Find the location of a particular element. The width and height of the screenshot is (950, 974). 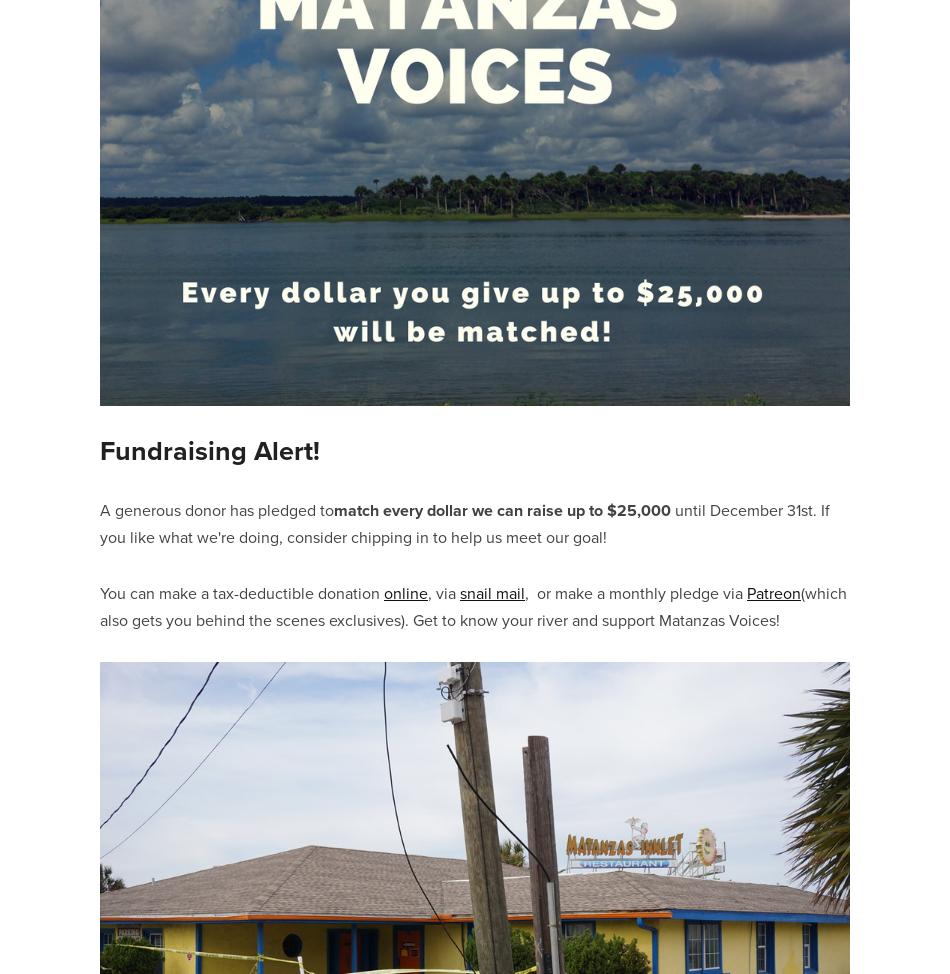

'A generous donor has pledged to' is located at coordinates (216, 510).